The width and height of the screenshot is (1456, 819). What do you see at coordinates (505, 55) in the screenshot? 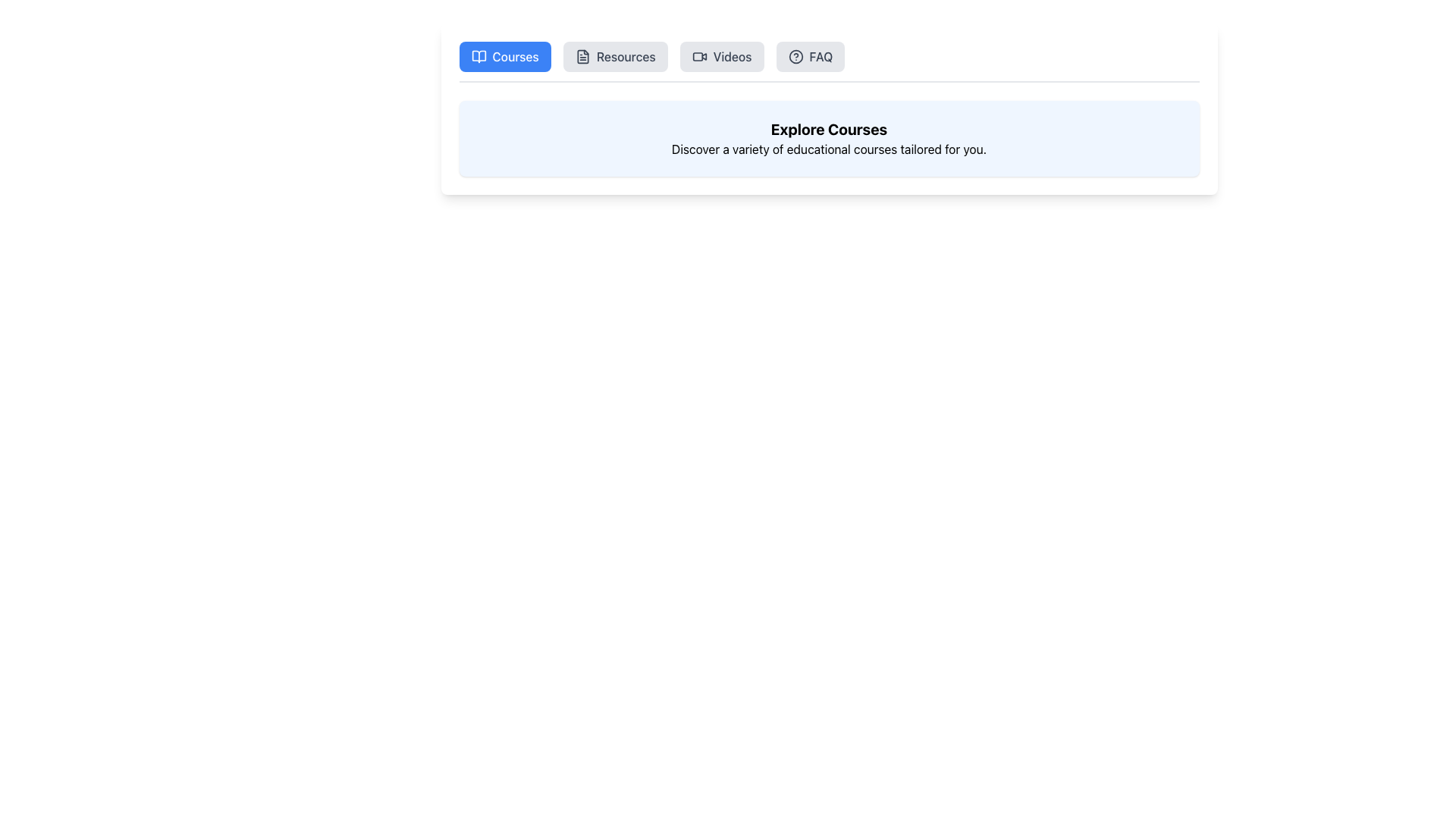
I see `the navigation button located in the top-middle of the interface to redirect to the courses page` at bounding box center [505, 55].